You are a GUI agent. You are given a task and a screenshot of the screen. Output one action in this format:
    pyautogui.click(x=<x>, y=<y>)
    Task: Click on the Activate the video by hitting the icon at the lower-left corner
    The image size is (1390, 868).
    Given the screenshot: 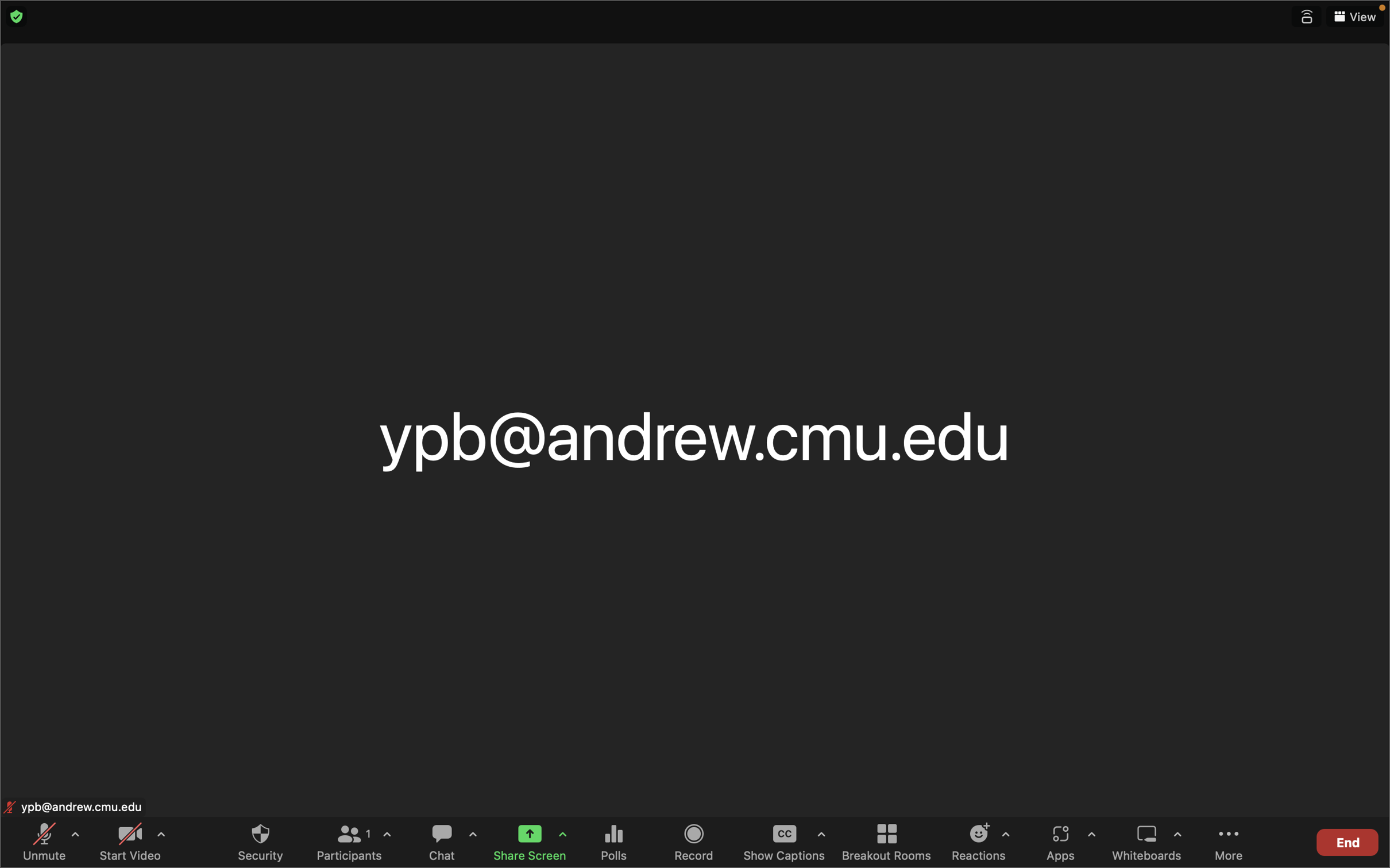 What is the action you would take?
    pyautogui.click(x=129, y=842)
    